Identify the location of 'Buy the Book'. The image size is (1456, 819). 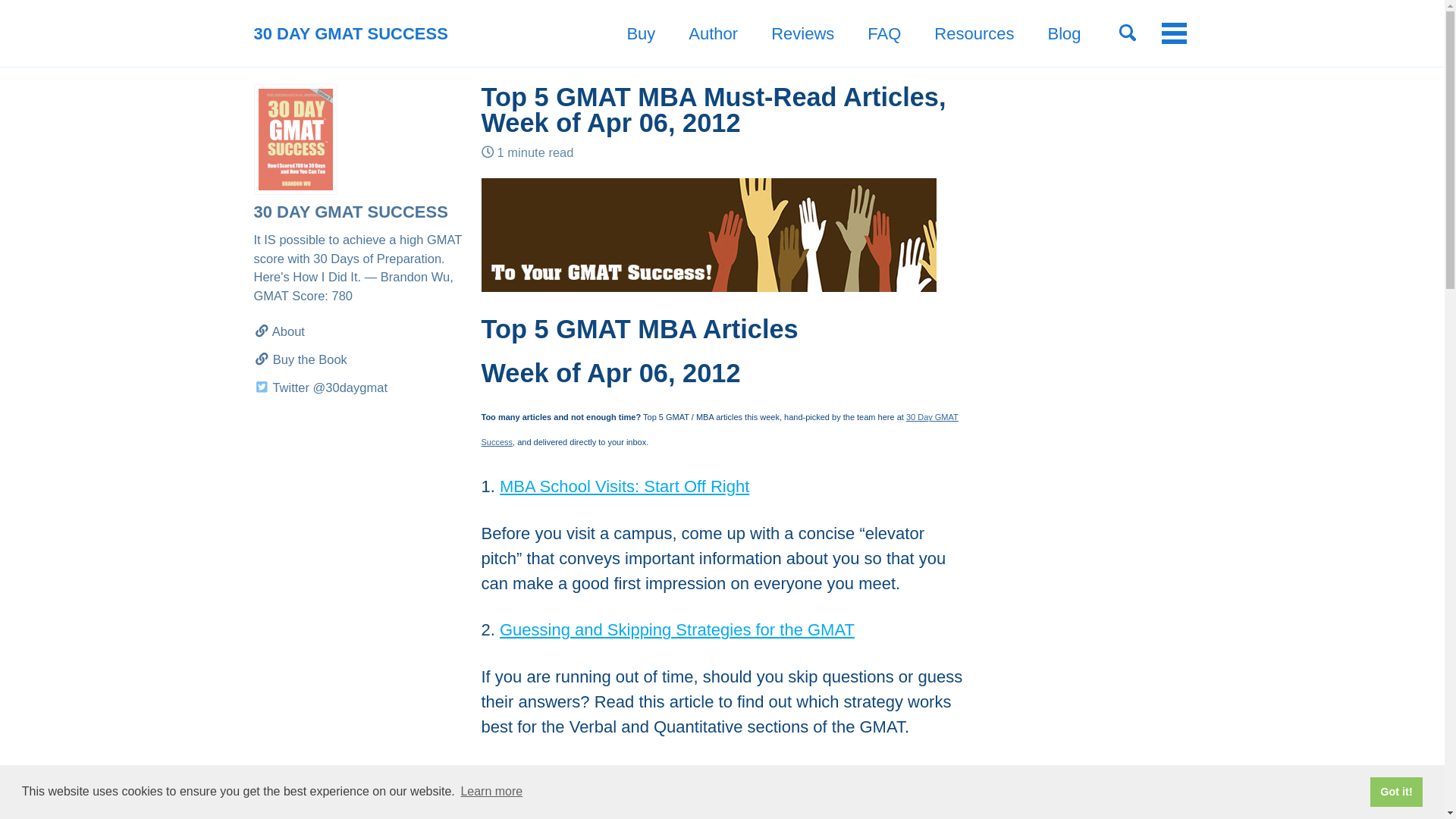
(358, 359).